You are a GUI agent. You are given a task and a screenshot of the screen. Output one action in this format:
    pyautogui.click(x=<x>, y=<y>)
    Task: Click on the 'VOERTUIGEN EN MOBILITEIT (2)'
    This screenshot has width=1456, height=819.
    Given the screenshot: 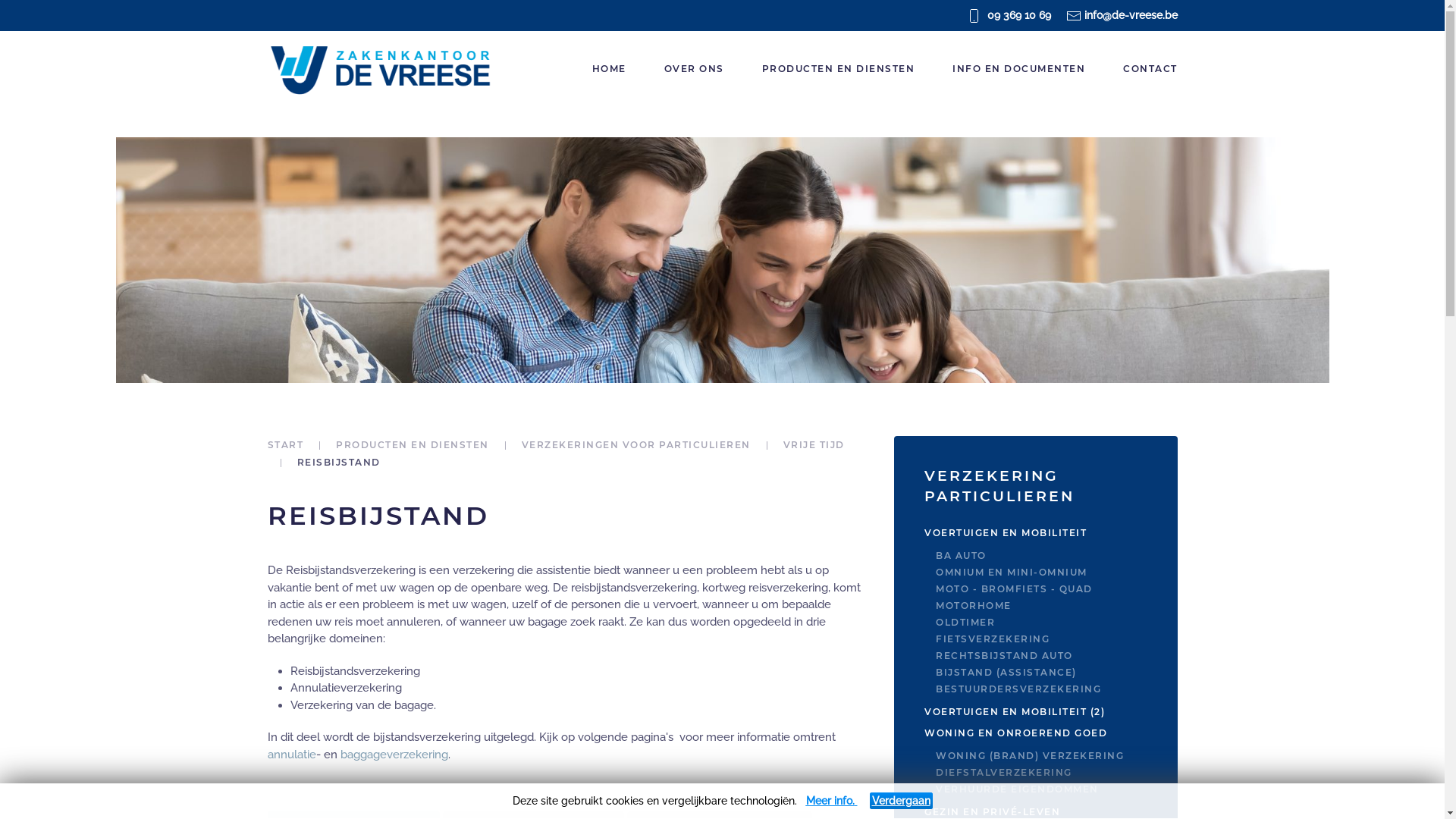 What is the action you would take?
    pyautogui.click(x=1034, y=711)
    